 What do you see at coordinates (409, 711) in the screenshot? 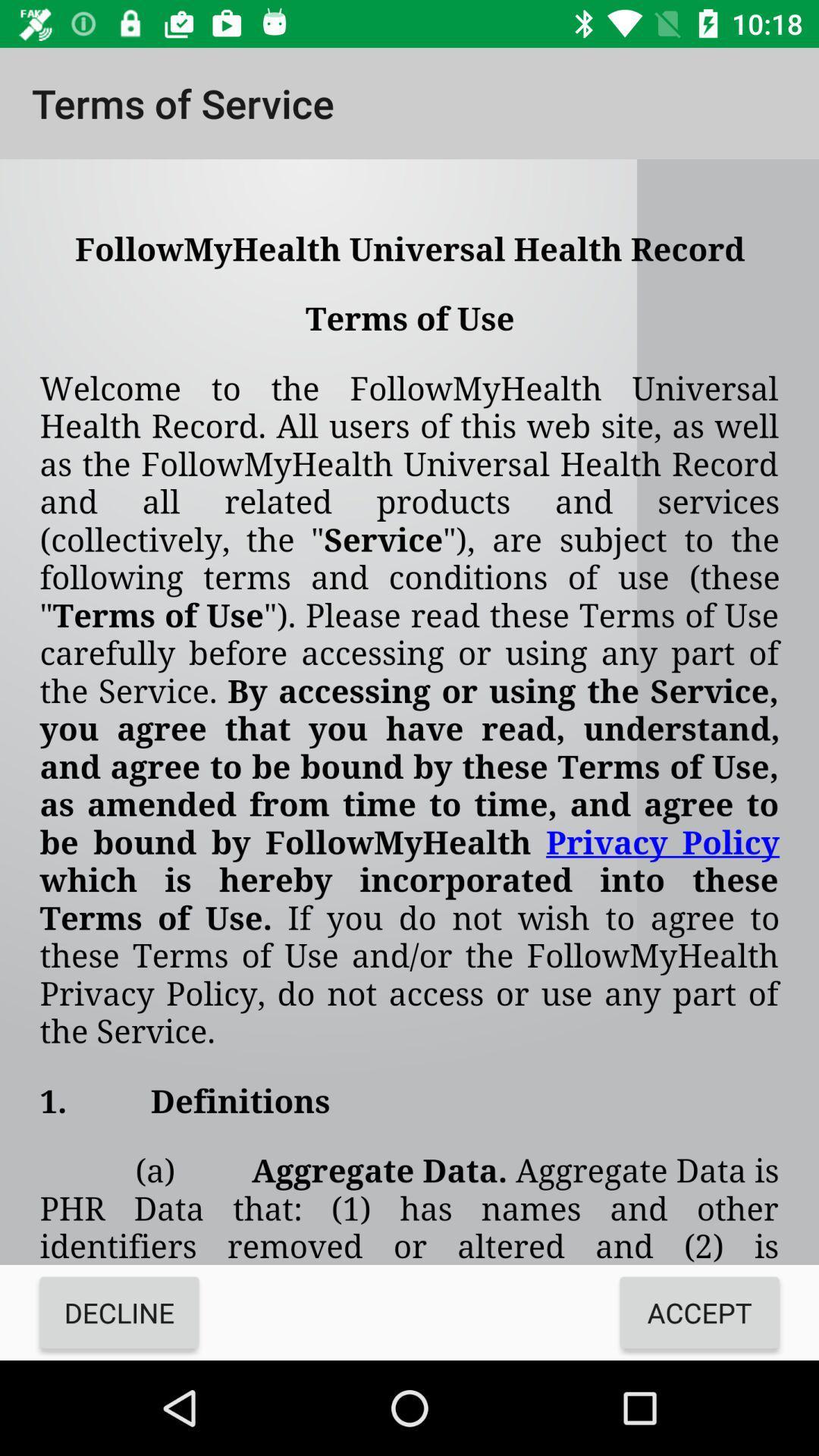
I see `scrollable page` at bounding box center [409, 711].